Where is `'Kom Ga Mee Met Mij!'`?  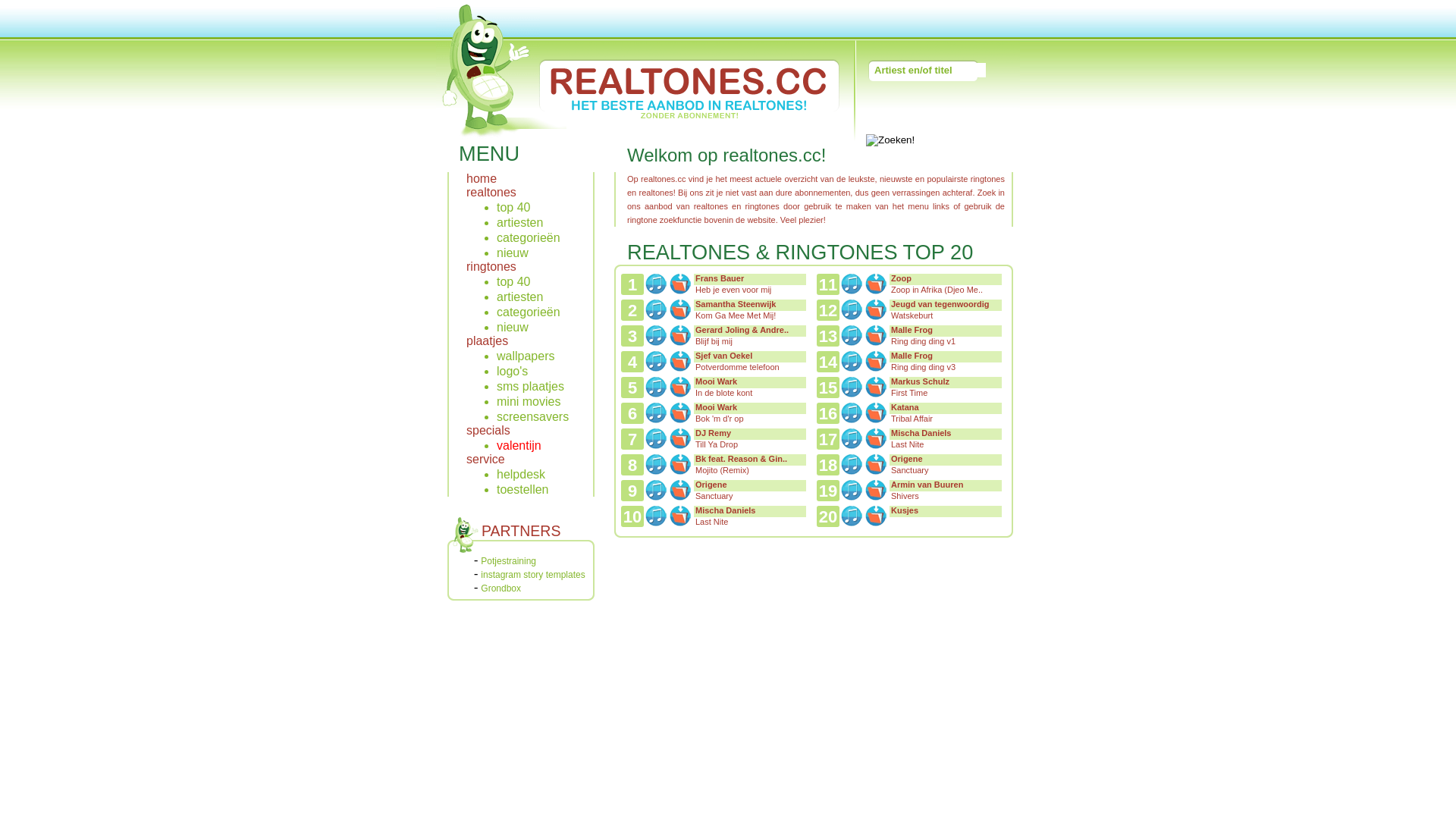
'Kom Ga Mee Met Mij!' is located at coordinates (735, 315).